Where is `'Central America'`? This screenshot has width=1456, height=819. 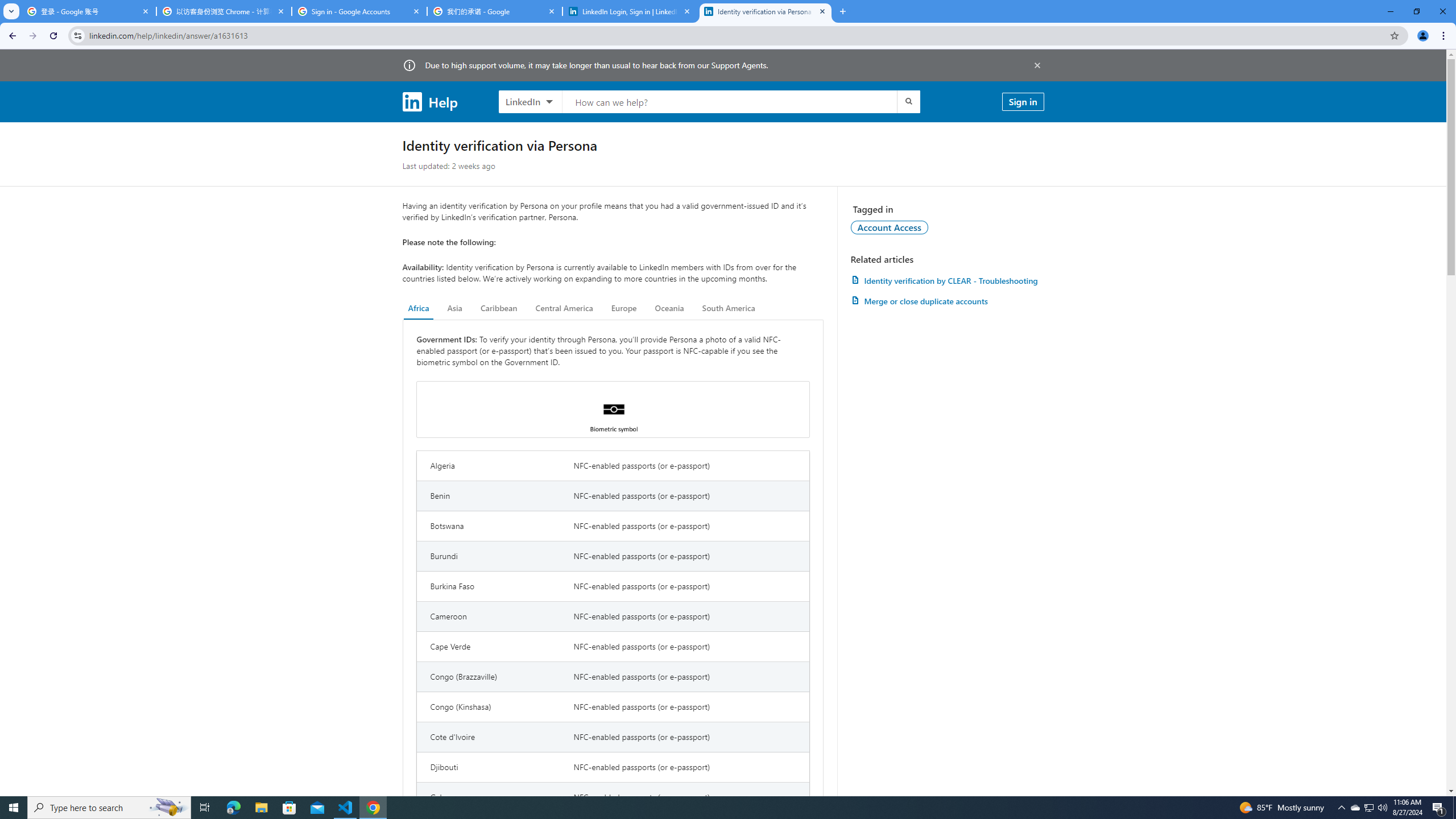
'Central America' is located at coordinates (564, 308).